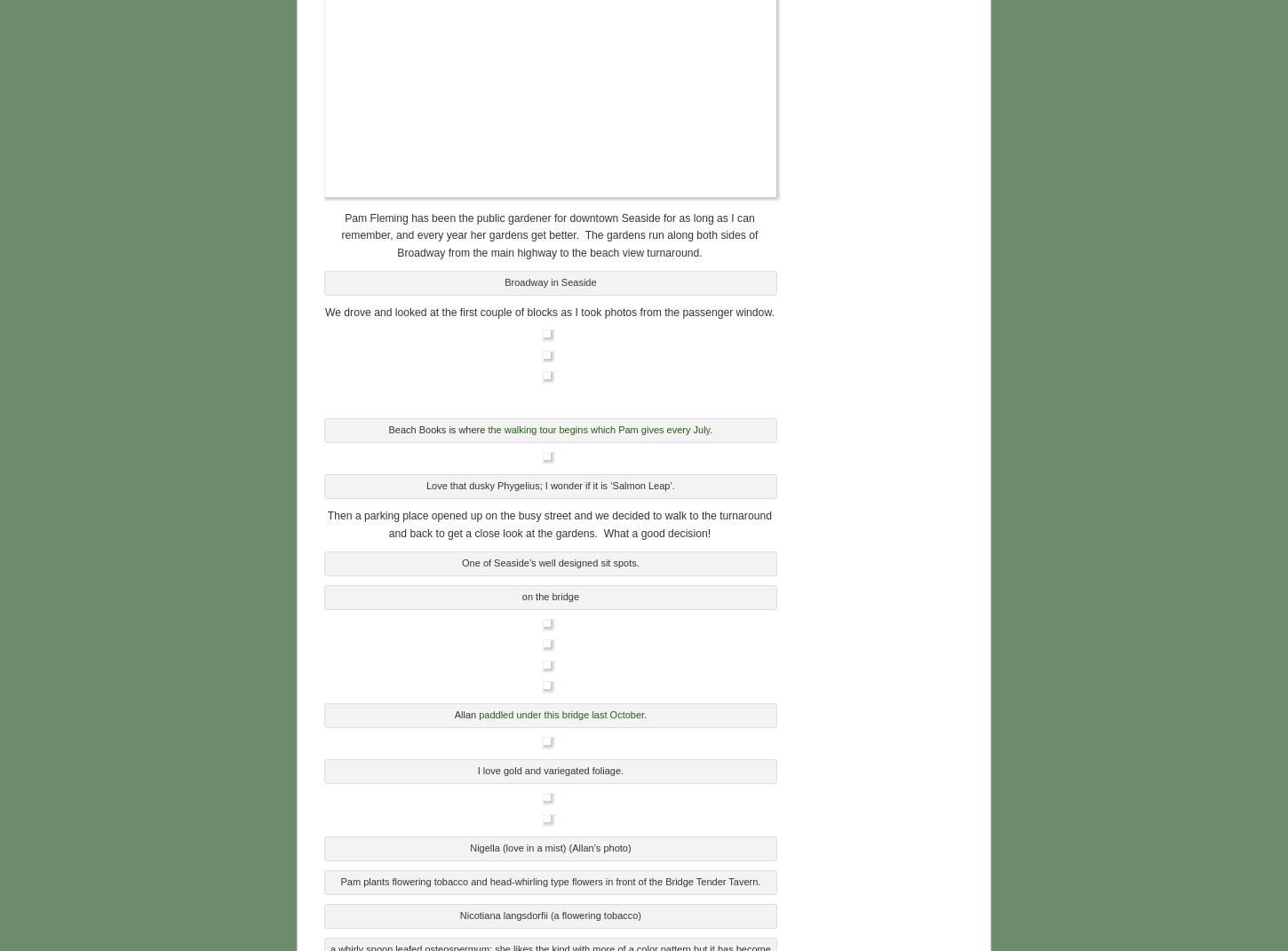 This screenshot has height=951, width=1288. What do you see at coordinates (599, 426) in the screenshot?
I see `'the walking tour begins which Pam gives every July.'` at bounding box center [599, 426].